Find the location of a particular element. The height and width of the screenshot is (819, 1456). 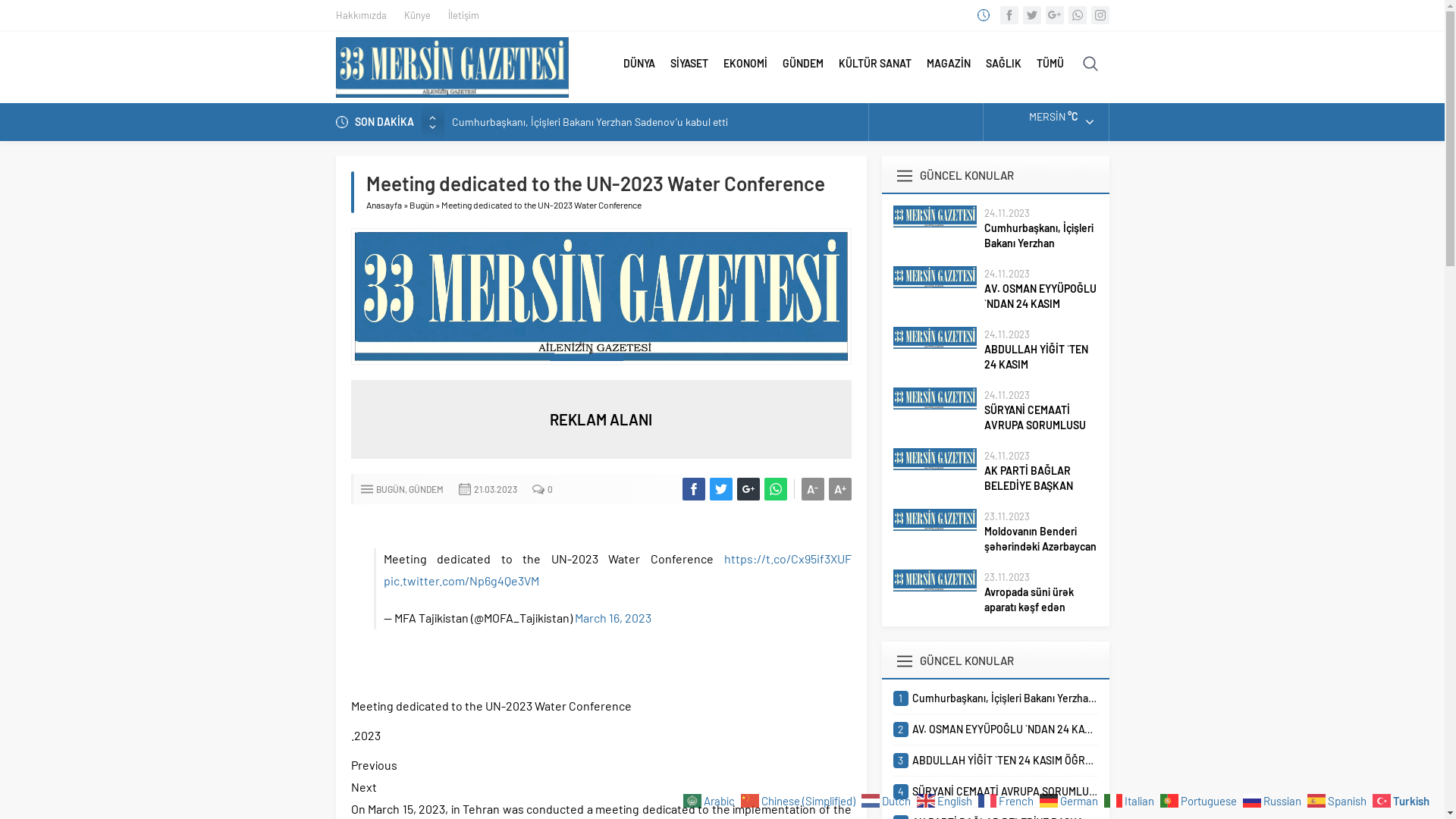

'Twitter' is located at coordinates (1031, 14).